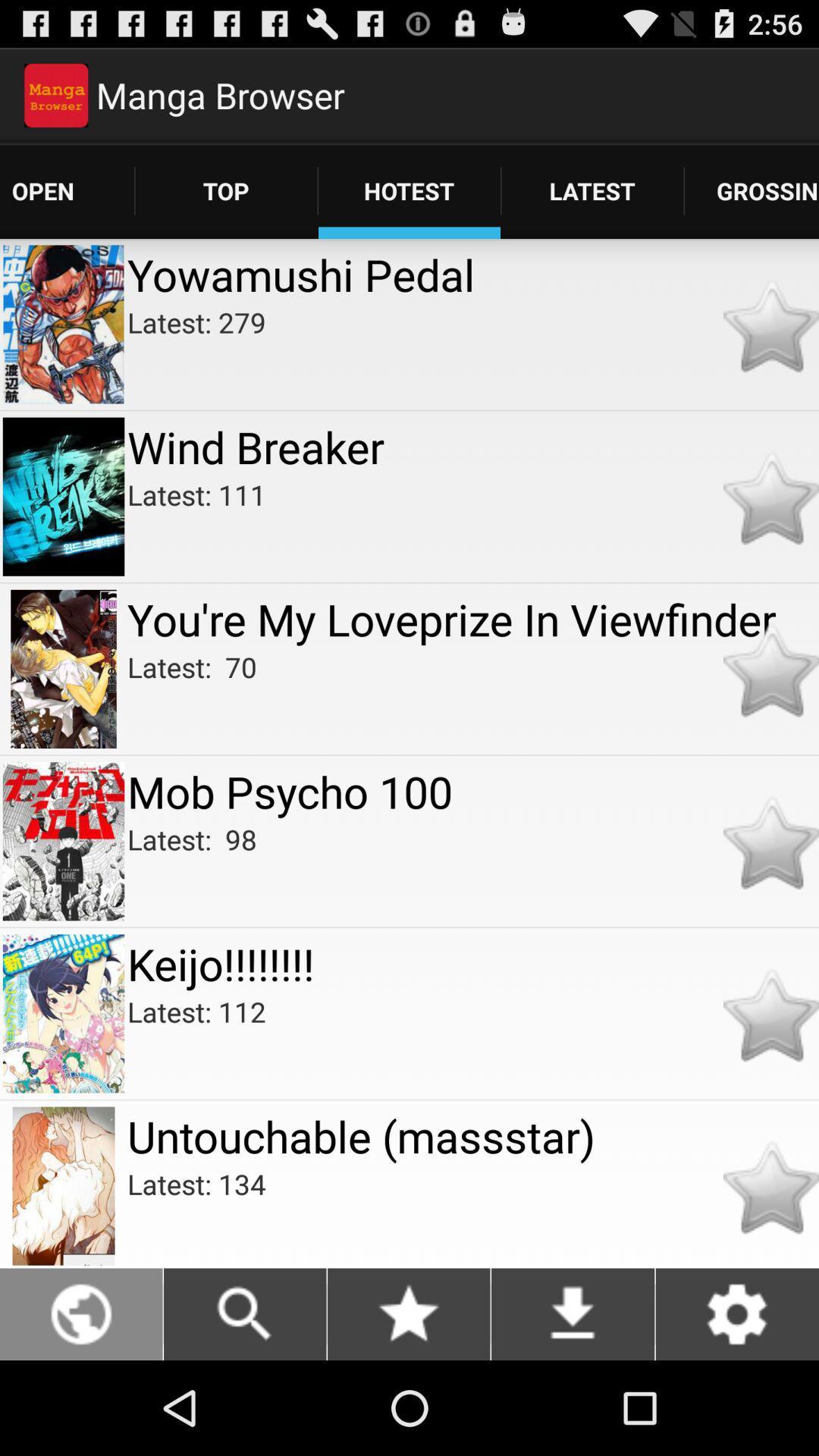  Describe the element at coordinates (472, 790) in the screenshot. I see `mob psycho 100 icon` at that location.